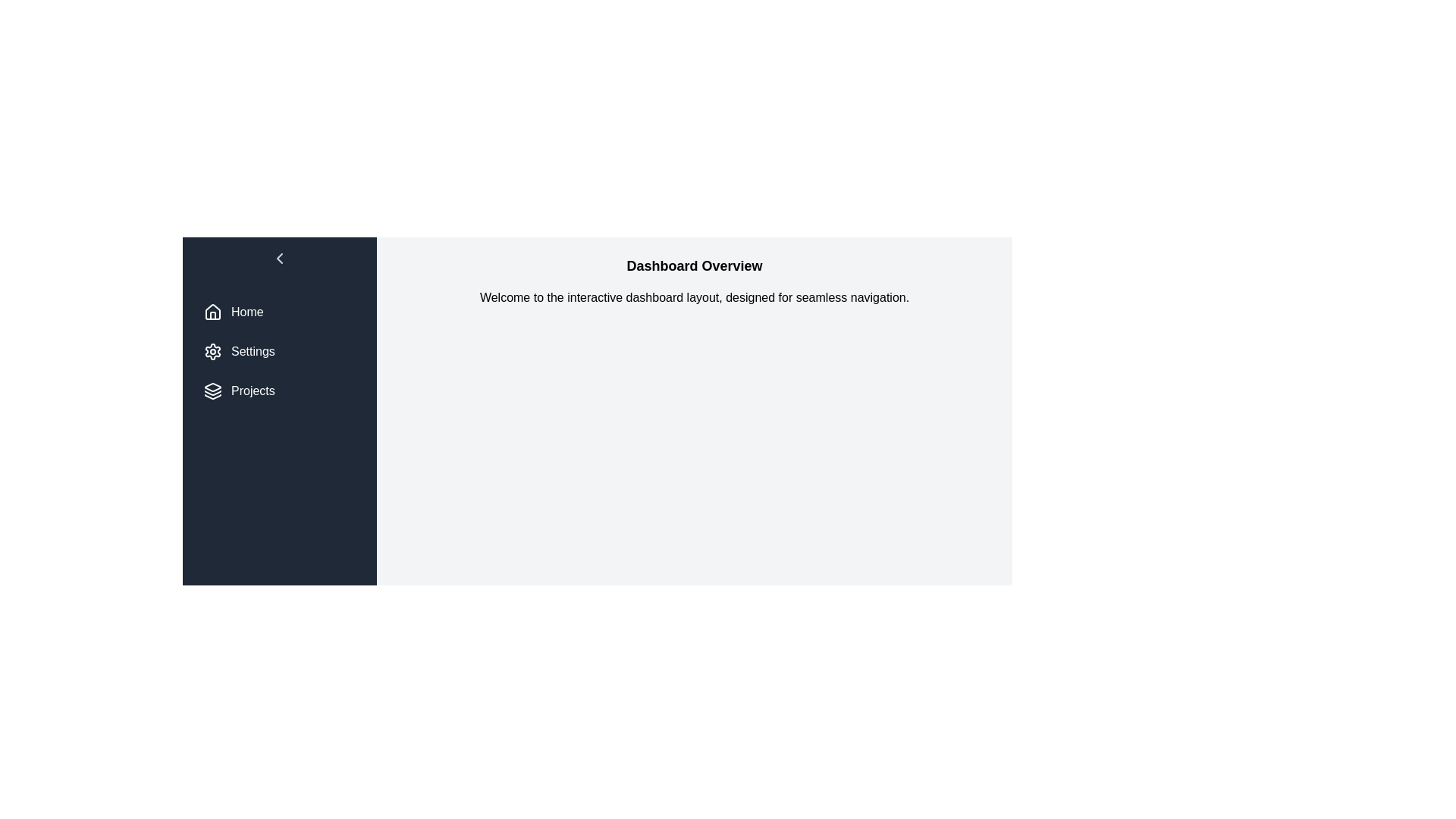 This screenshot has width=1456, height=819. What do you see at coordinates (253, 391) in the screenshot?
I see `the third text label in the sidebar navigation menu, which is aligned with an icon of layered elements` at bounding box center [253, 391].